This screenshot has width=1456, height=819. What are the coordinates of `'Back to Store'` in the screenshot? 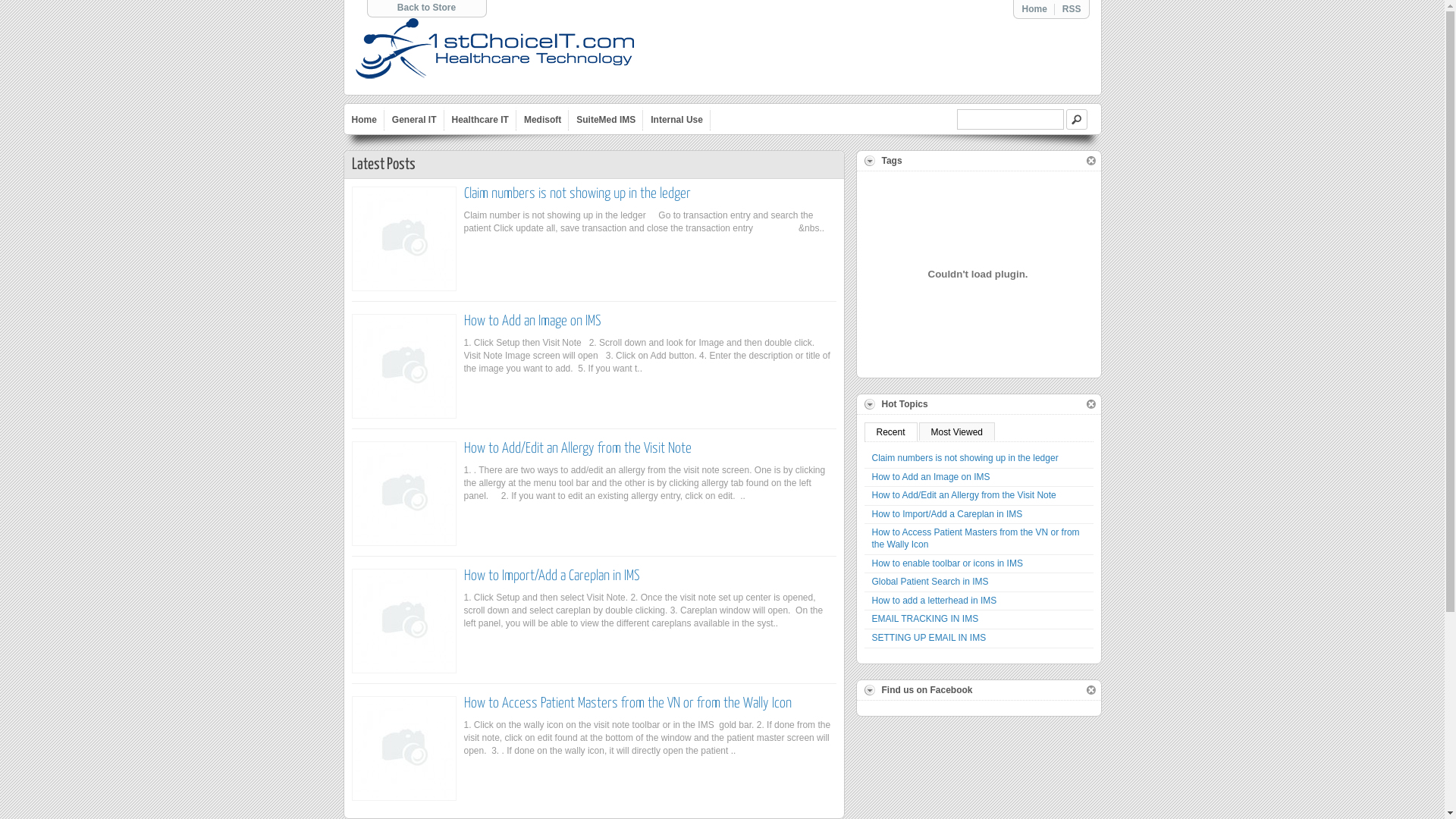 It's located at (425, 8).